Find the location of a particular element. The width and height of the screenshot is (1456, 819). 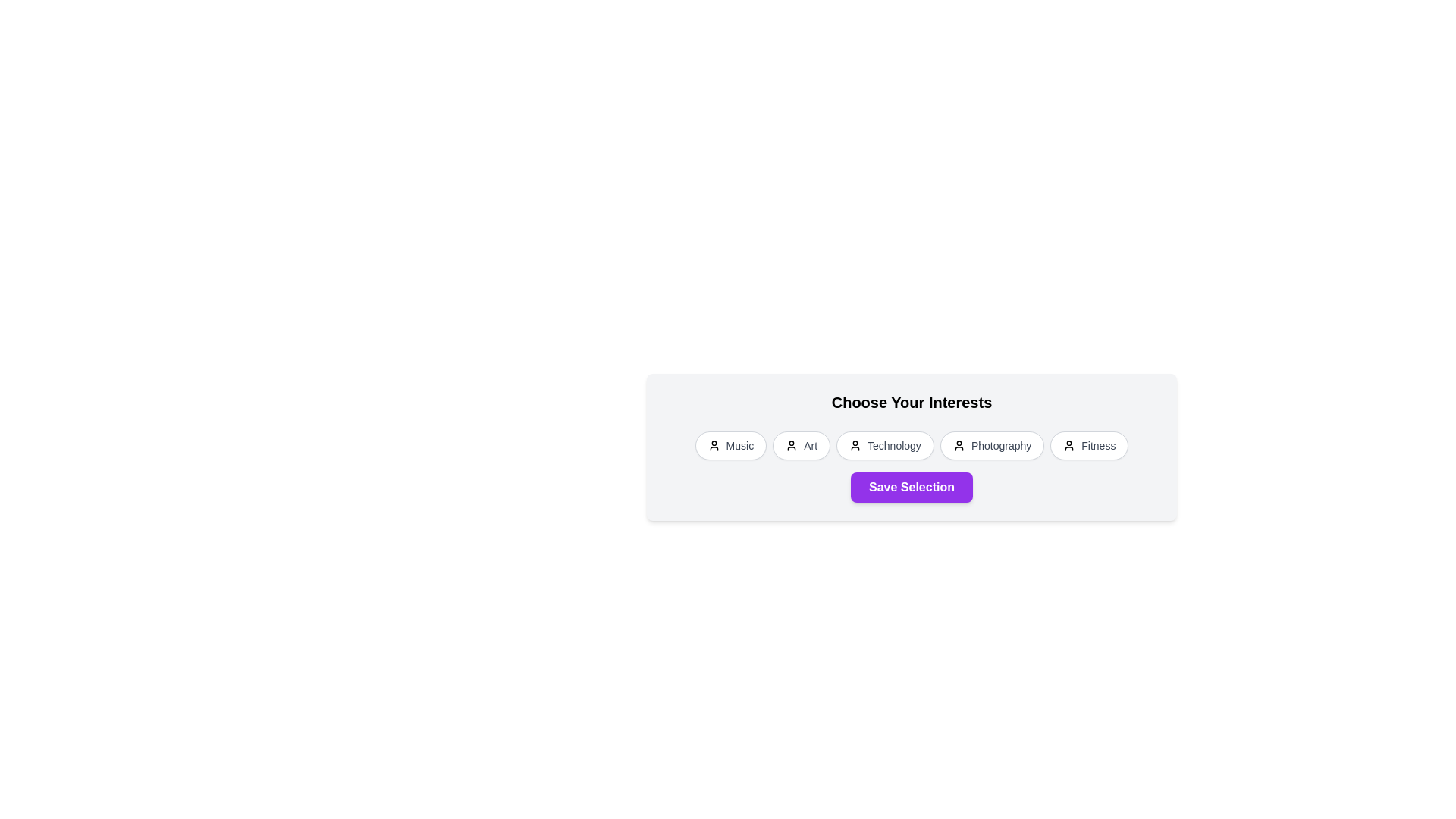

the interest chip labeled 'Music' is located at coordinates (730, 444).